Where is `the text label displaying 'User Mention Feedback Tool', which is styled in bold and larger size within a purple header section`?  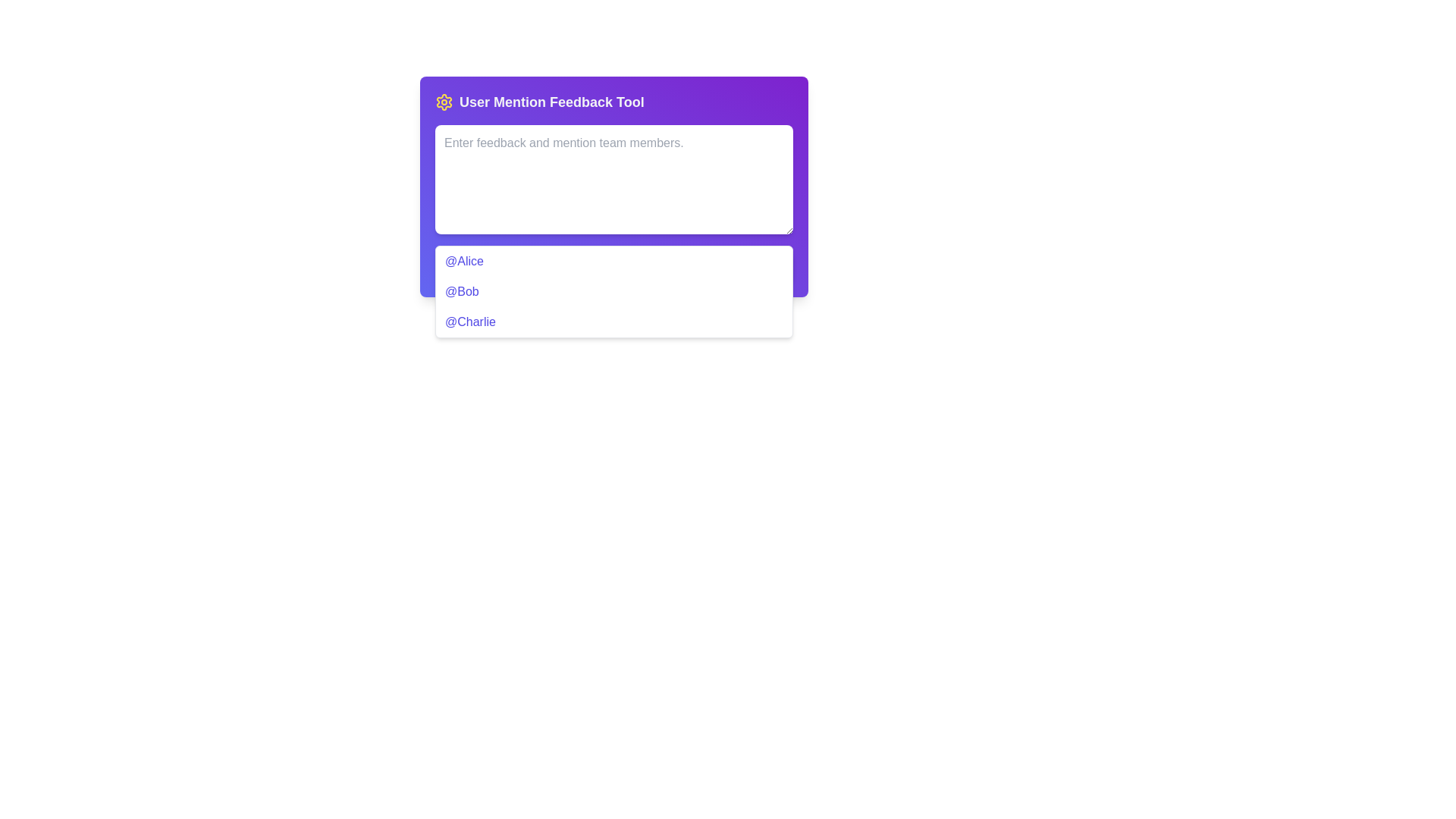
the text label displaying 'User Mention Feedback Tool', which is styled in bold and larger size within a purple header section is located at coordinates (551, 102).